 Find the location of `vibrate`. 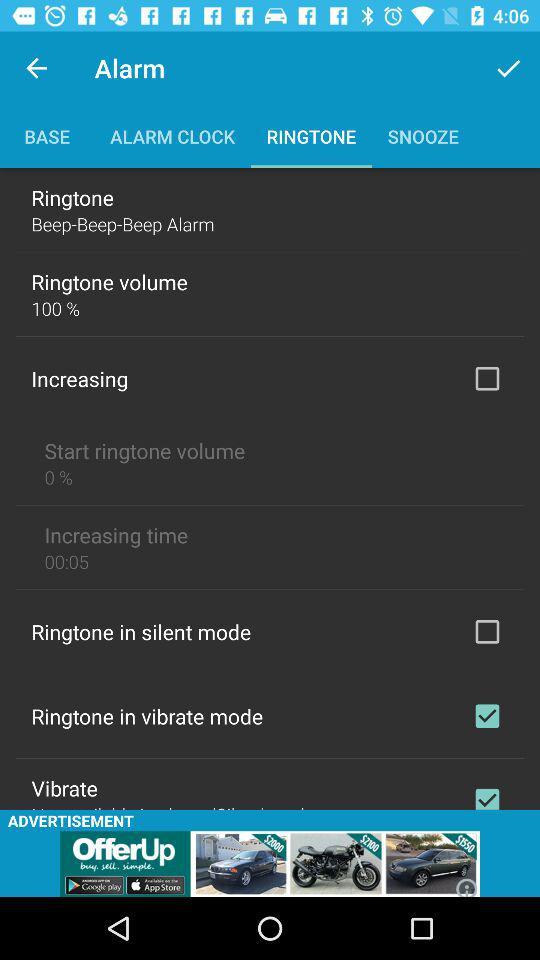

vibrate is located at coordinates (486, 794).